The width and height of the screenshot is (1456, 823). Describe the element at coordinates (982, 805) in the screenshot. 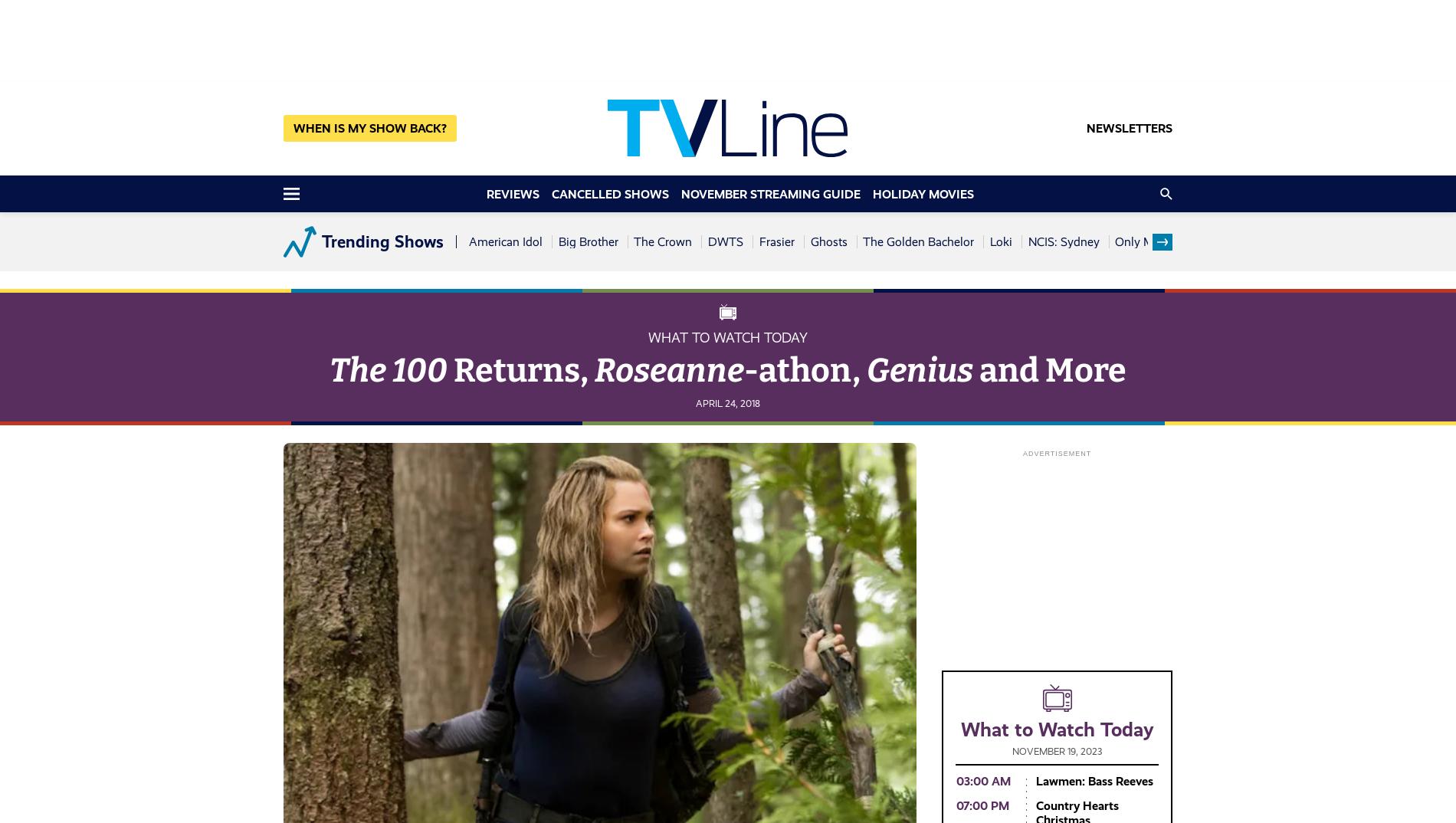

I see `'07:00 PM'` at that location.